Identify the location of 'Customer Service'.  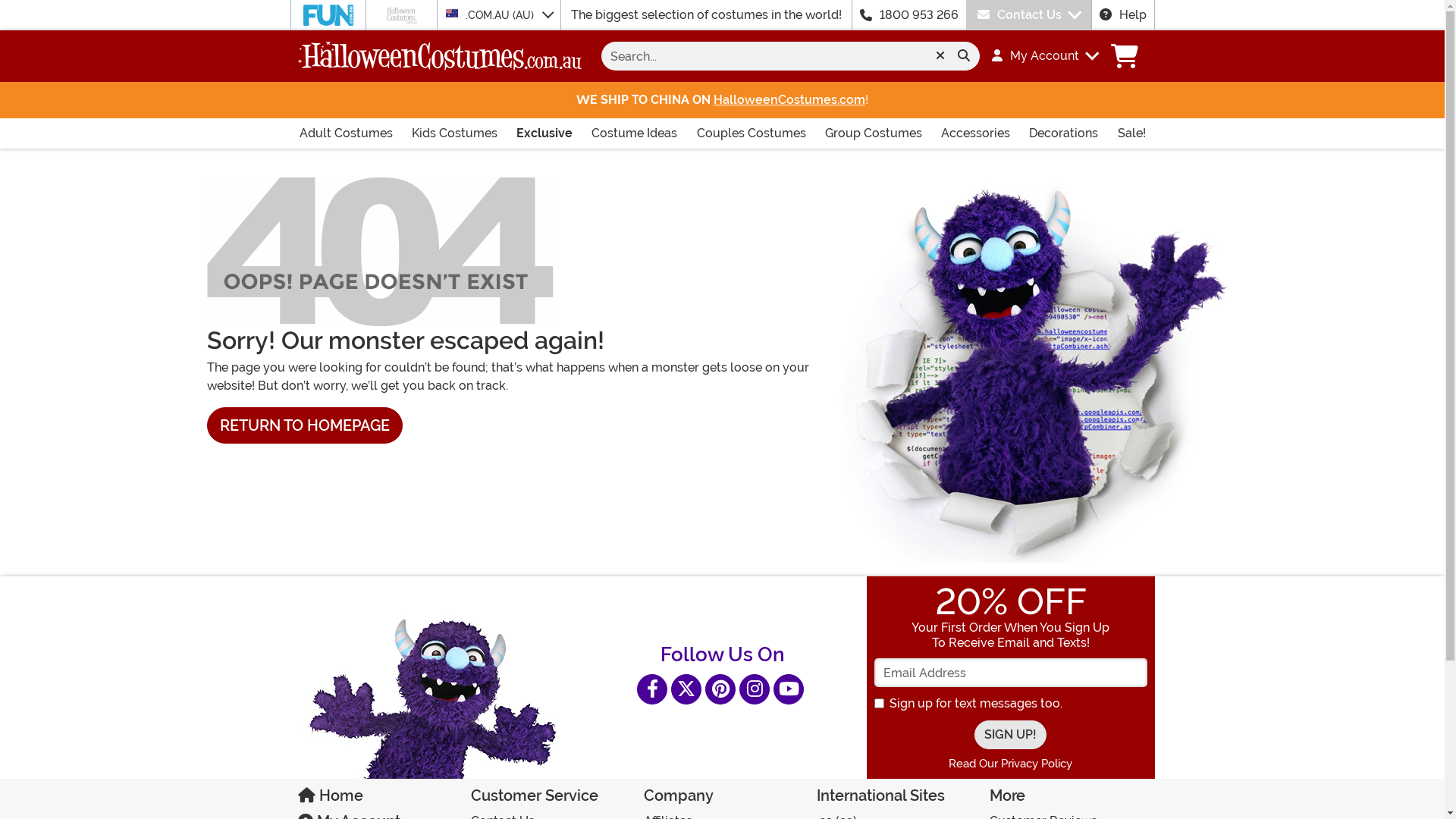
(548, 798).